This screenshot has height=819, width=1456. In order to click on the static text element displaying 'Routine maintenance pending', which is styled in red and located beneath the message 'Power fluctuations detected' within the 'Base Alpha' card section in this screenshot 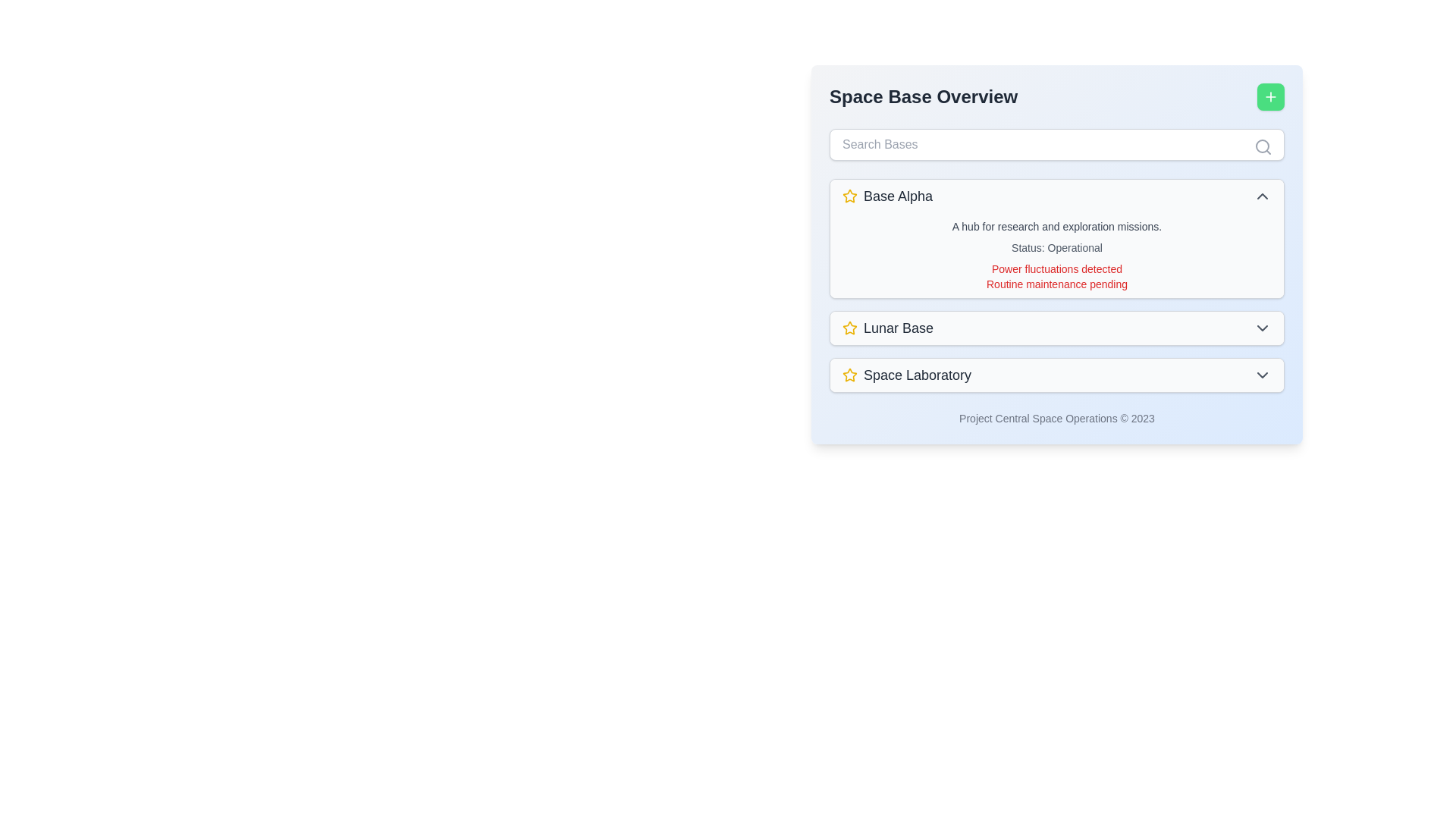, I will do `click(1056, 284)`.